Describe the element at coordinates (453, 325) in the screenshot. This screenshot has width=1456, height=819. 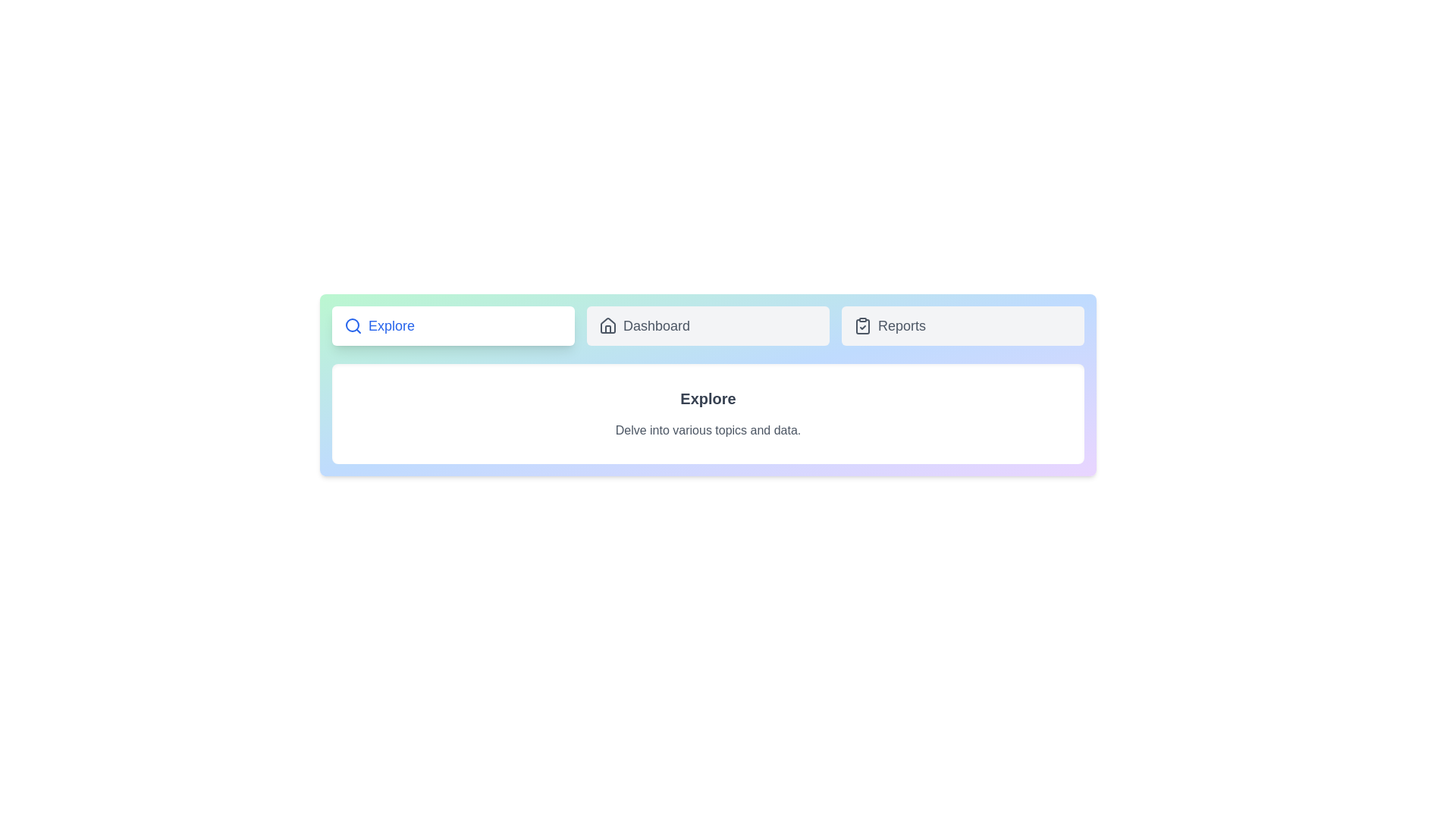
I see `the tab identified by Explore` at that location.